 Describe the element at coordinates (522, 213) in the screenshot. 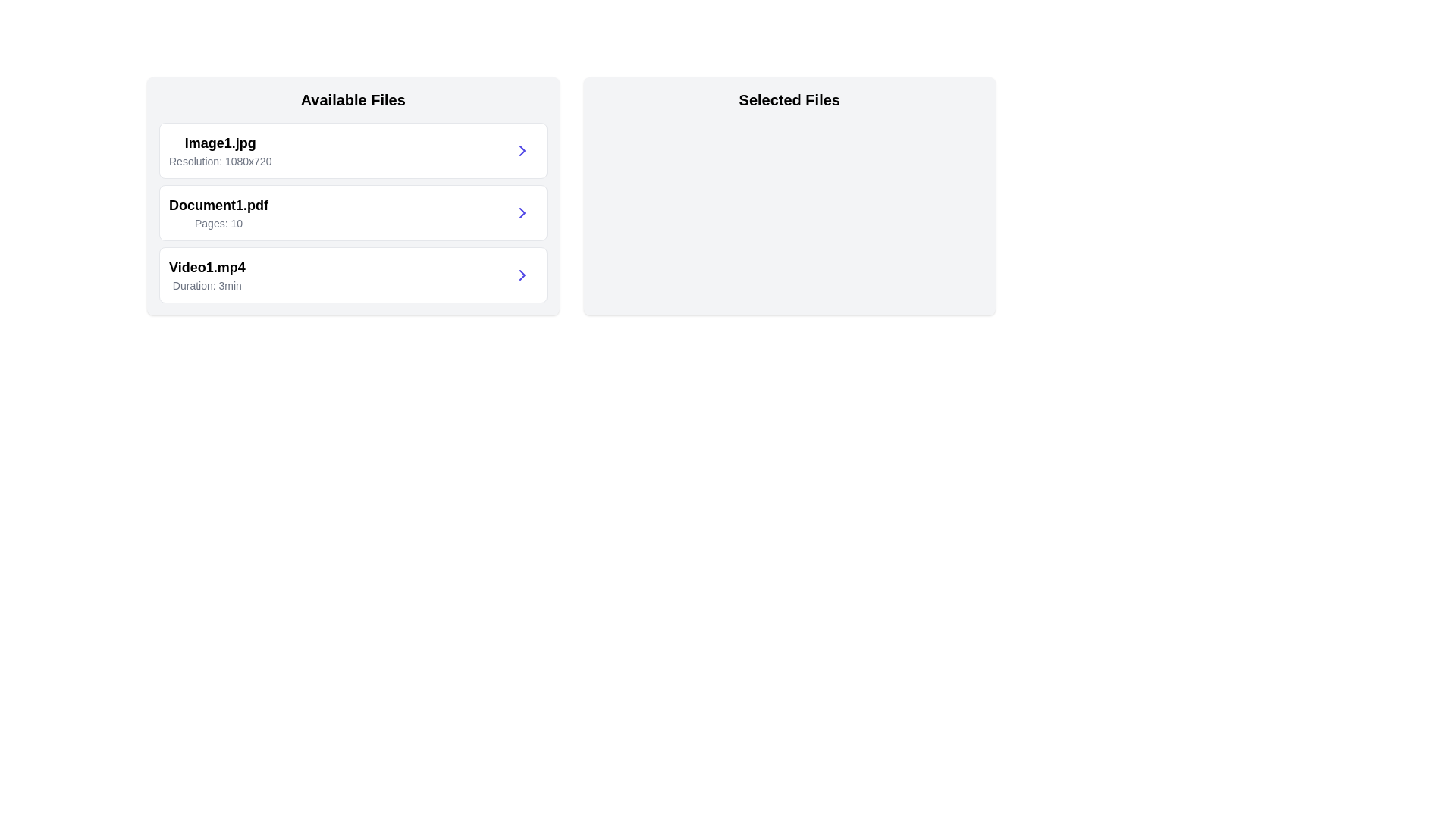

I see `transfer button for the file Document1.pdf to move it to 'Selected Files'` at that location.